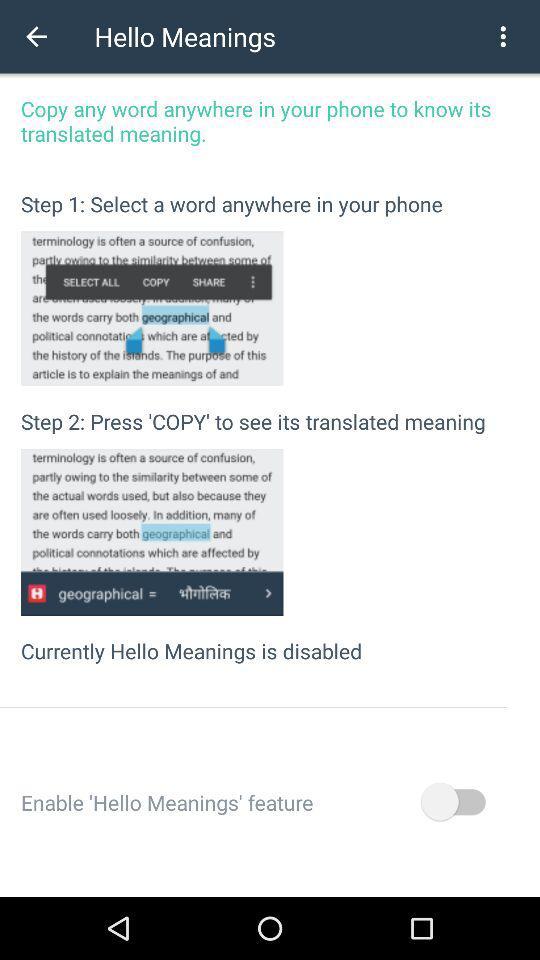  What do you see at coordinates (502, 35) in the screenshot?
I see `more options` at bounding box center [502, 35].